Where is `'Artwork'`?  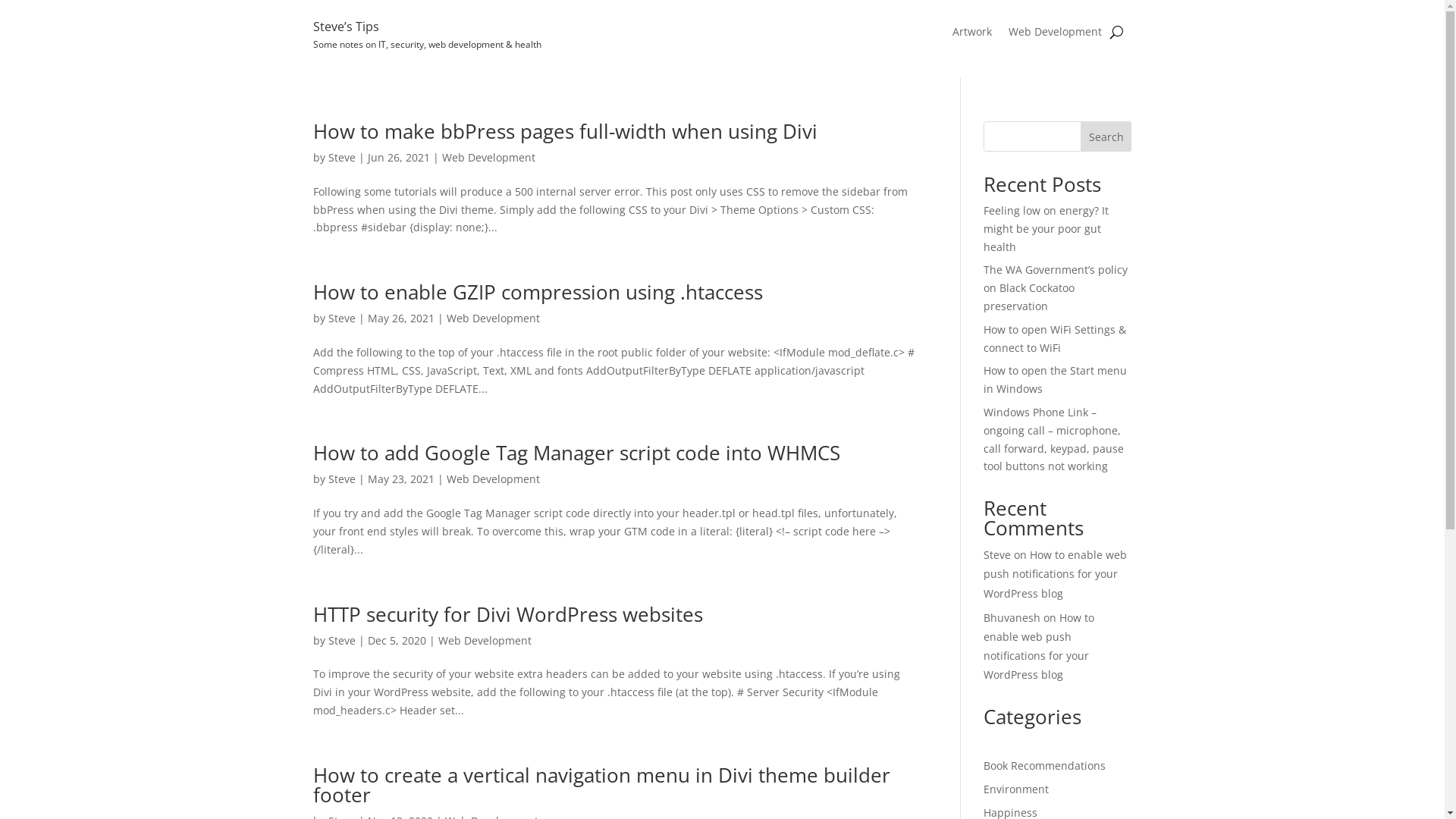
'Artwork' is located at coordinates (971, 34).